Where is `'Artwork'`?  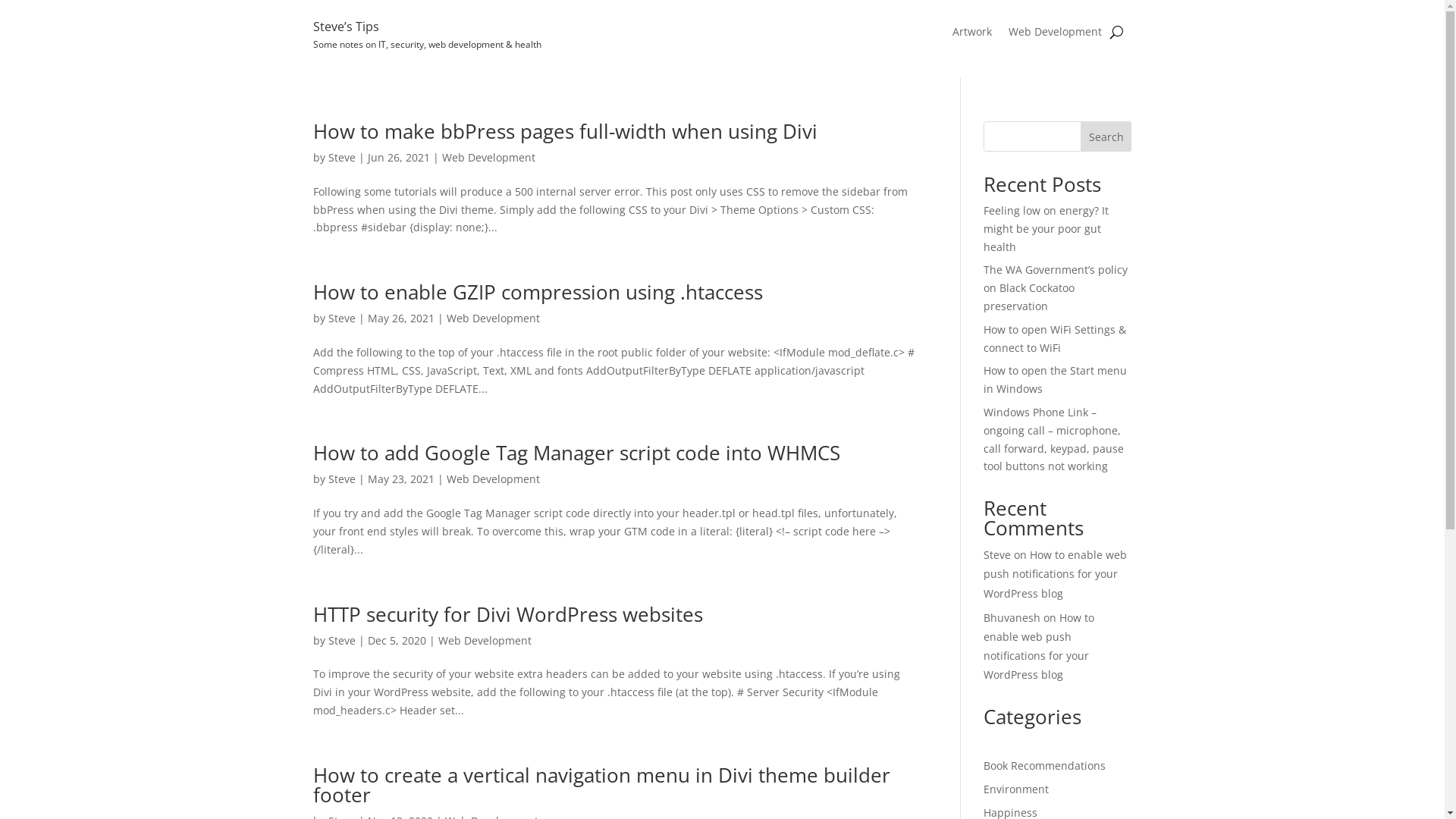
'Artwork' is located at coordinates (971, 34).